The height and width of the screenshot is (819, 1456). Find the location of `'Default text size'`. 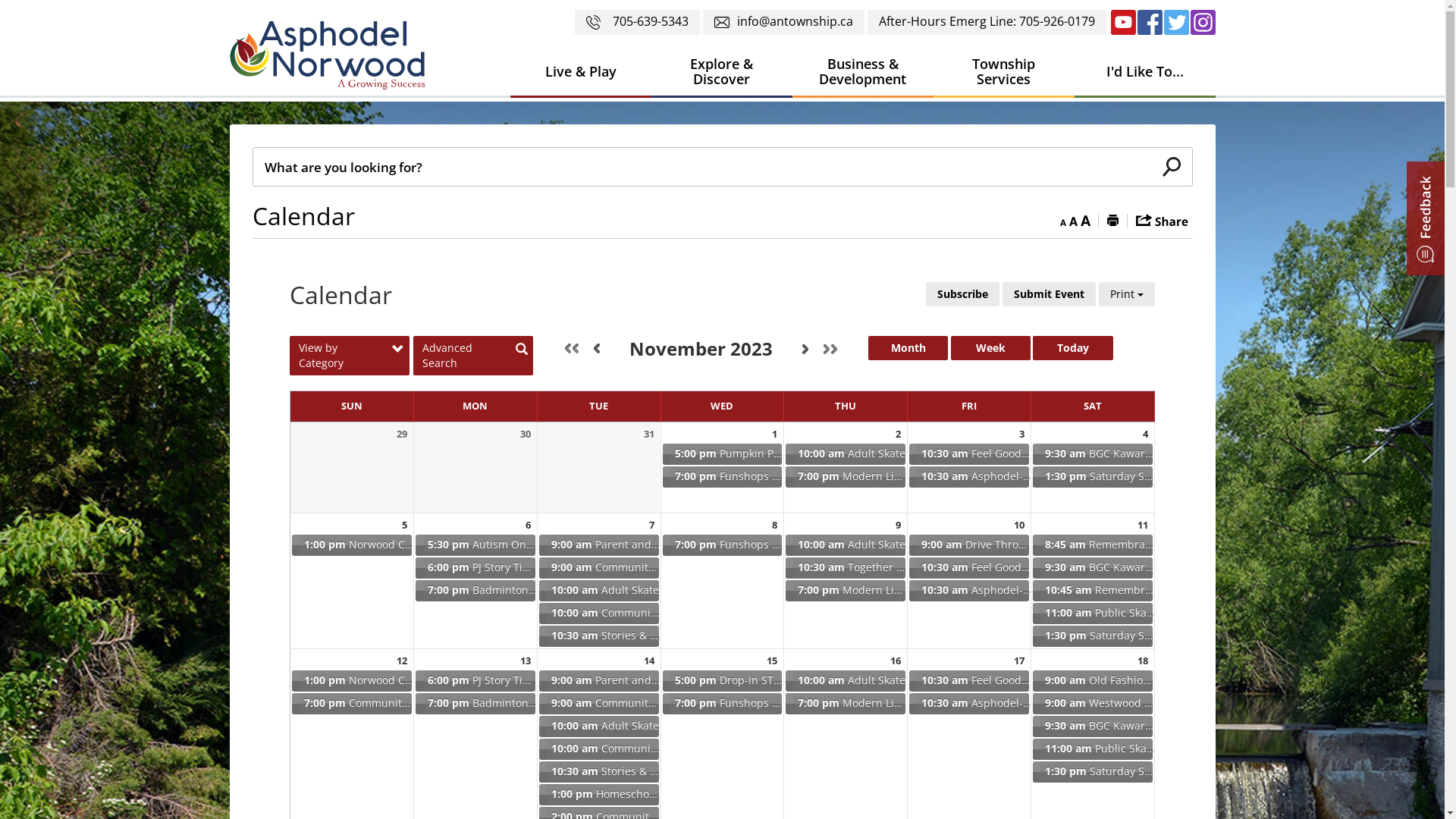

'Default text size' is located at coordinates (1068, 219).